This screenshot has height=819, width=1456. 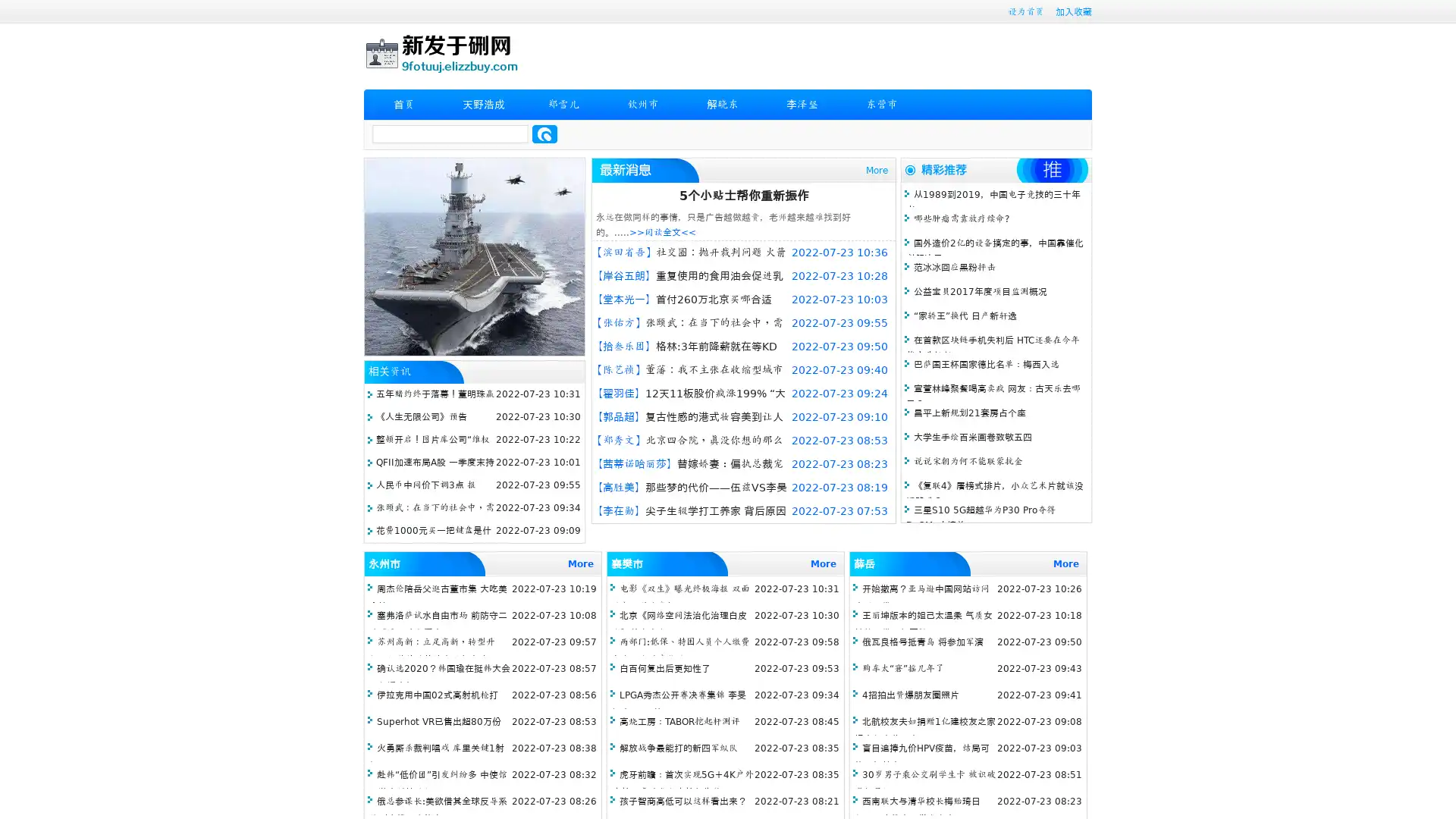 What do you see at coordinates (544, 133) in the screenshot?
I see `Search` at bounding box center [544, 133].